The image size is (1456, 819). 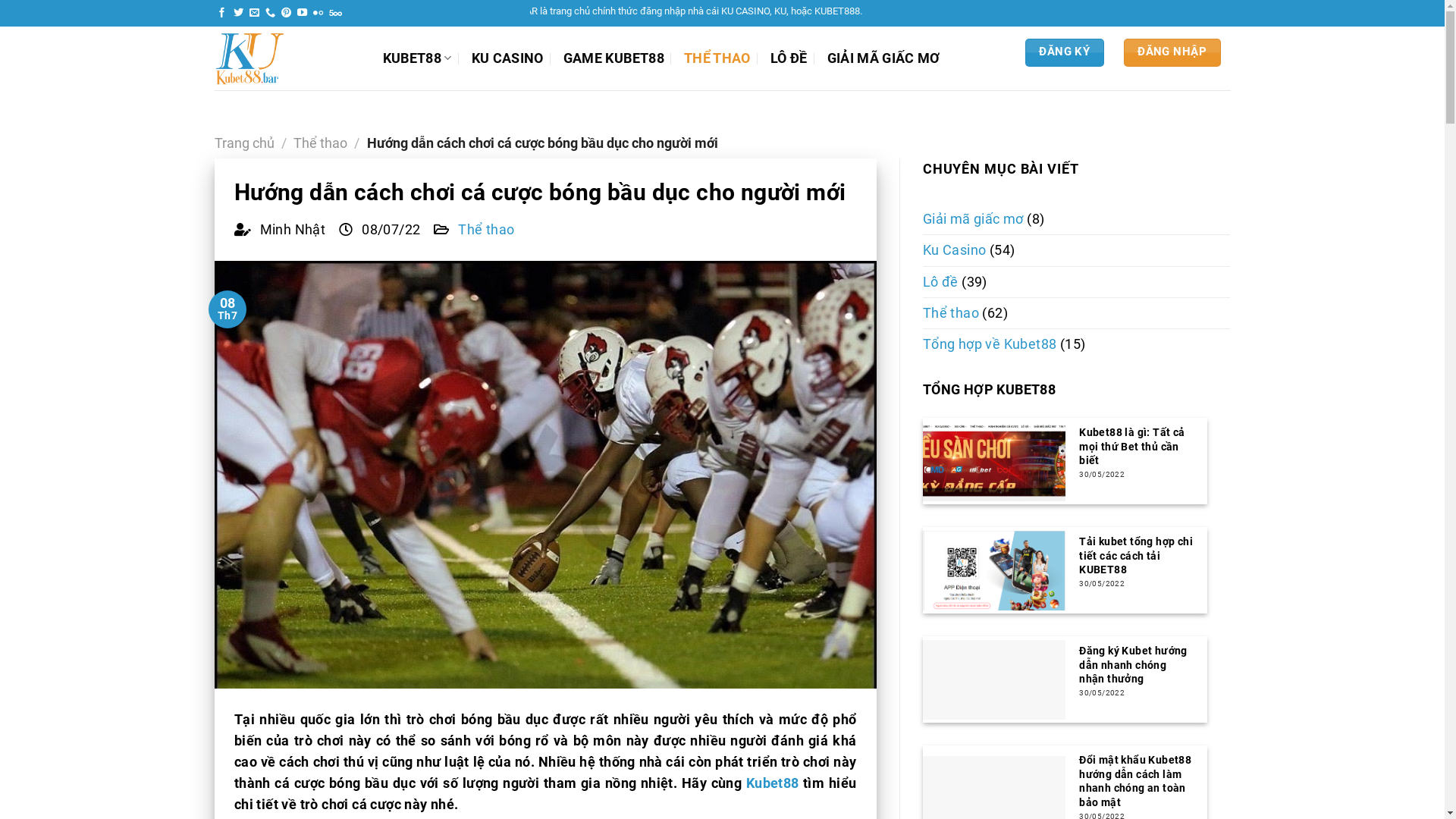 What do you see at coordinates (416, 57) in the screenshot?
I see `'KUBET88'` at bounding box center [416, 57].